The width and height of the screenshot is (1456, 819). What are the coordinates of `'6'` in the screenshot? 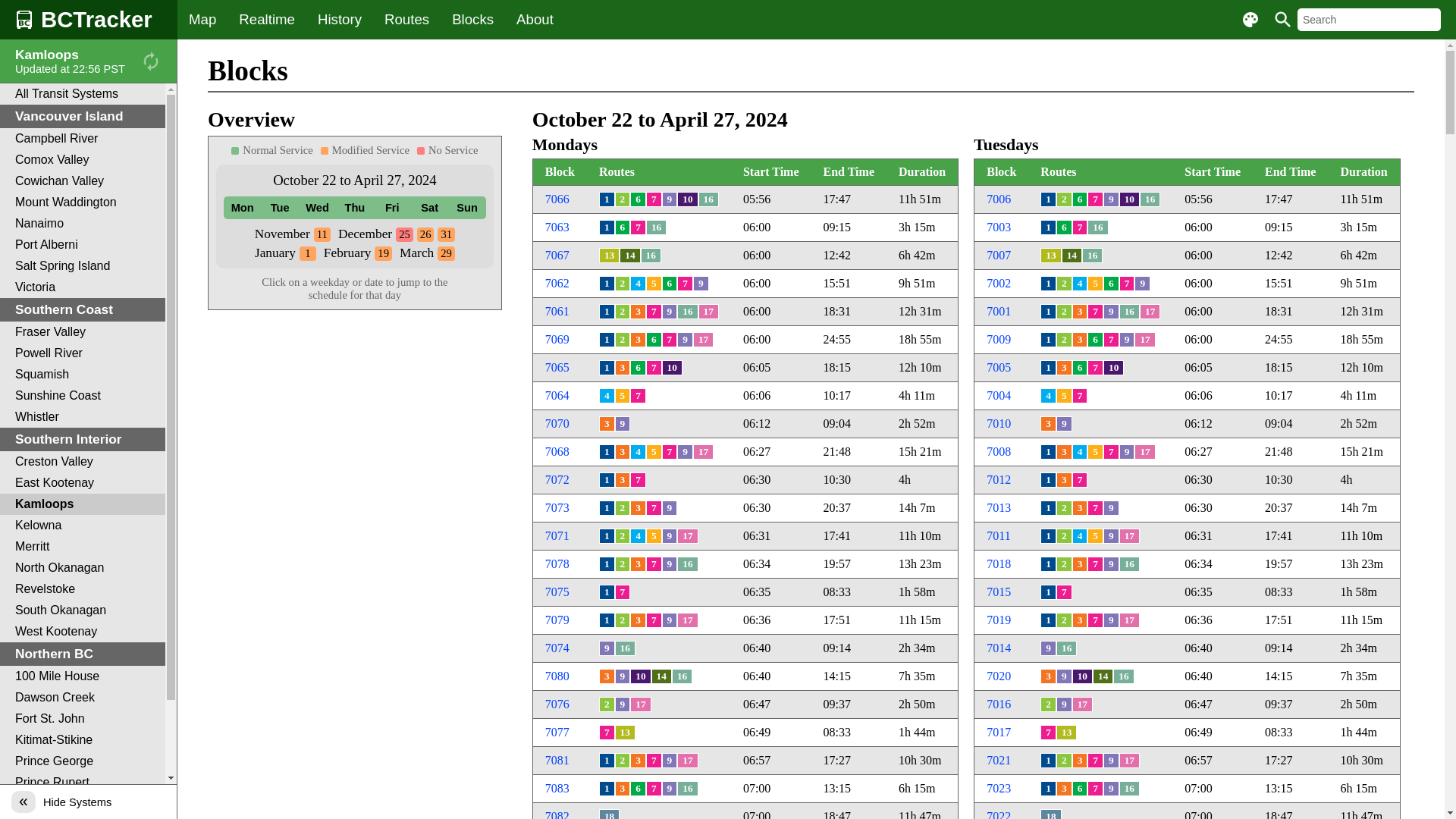 It's located at (638, 198).